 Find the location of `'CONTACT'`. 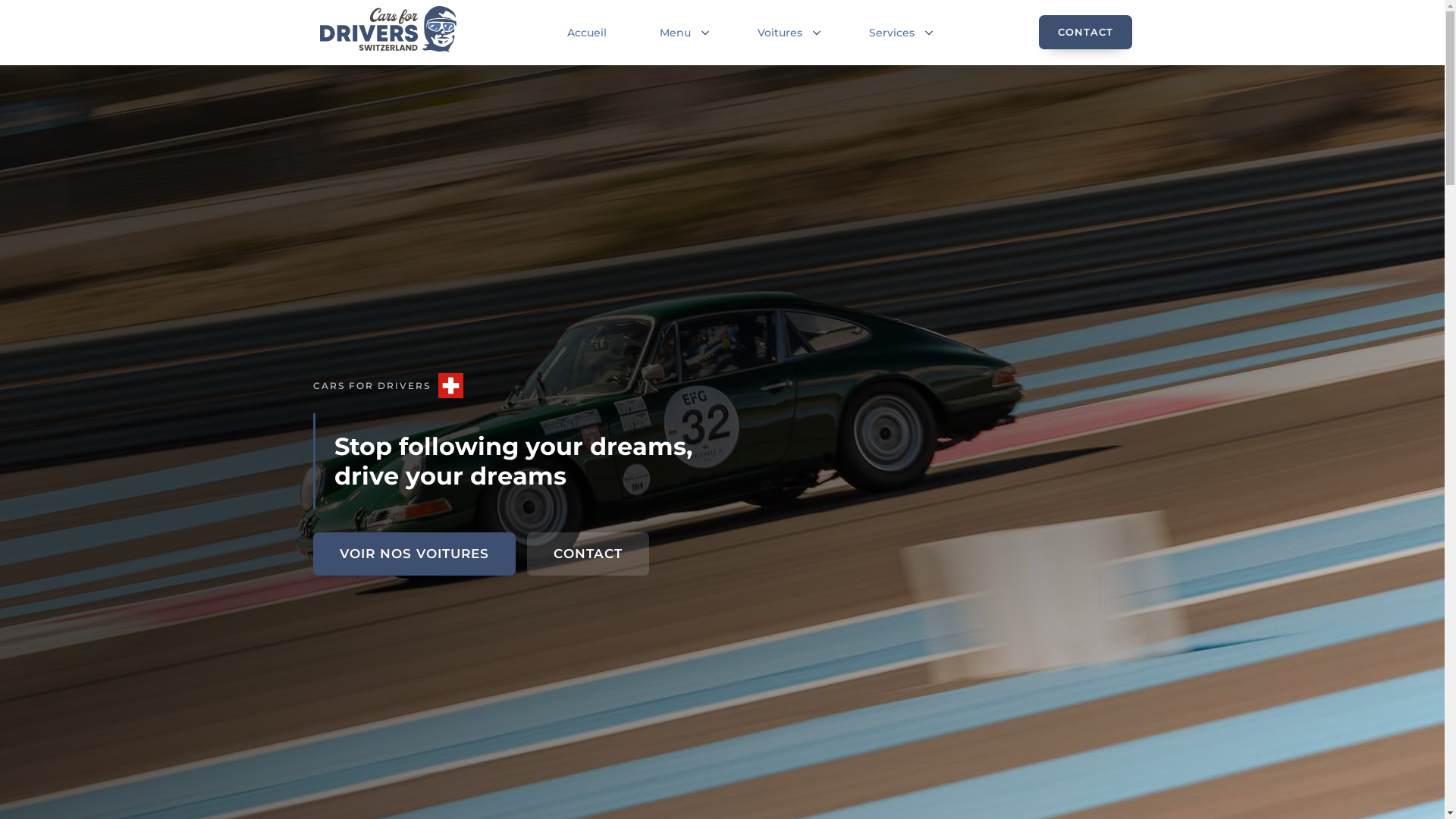

'CONTACT' is located at coordinates (526, 554).